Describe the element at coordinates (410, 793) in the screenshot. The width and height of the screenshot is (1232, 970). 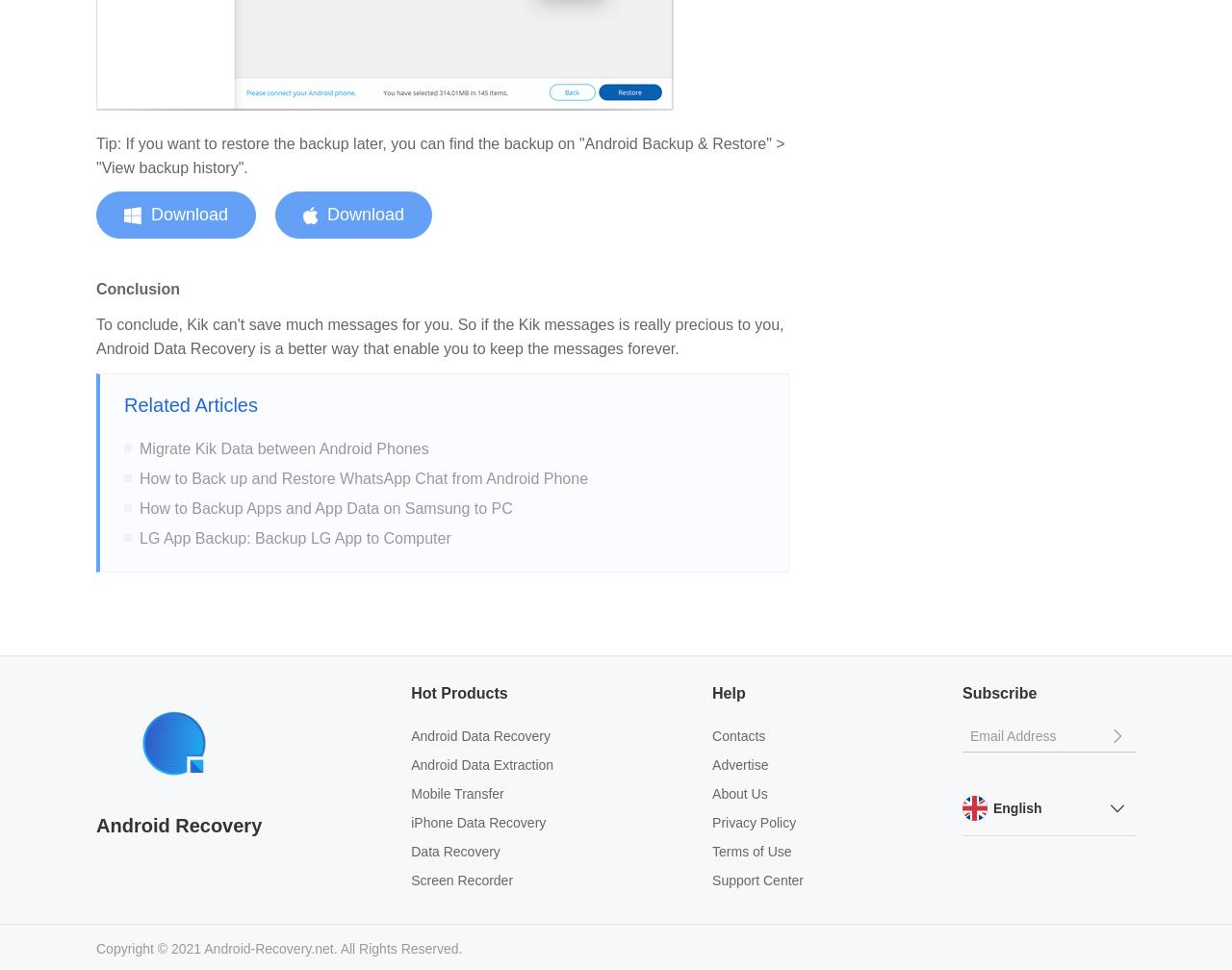
I see `'Mobile Transfer'` at that location.